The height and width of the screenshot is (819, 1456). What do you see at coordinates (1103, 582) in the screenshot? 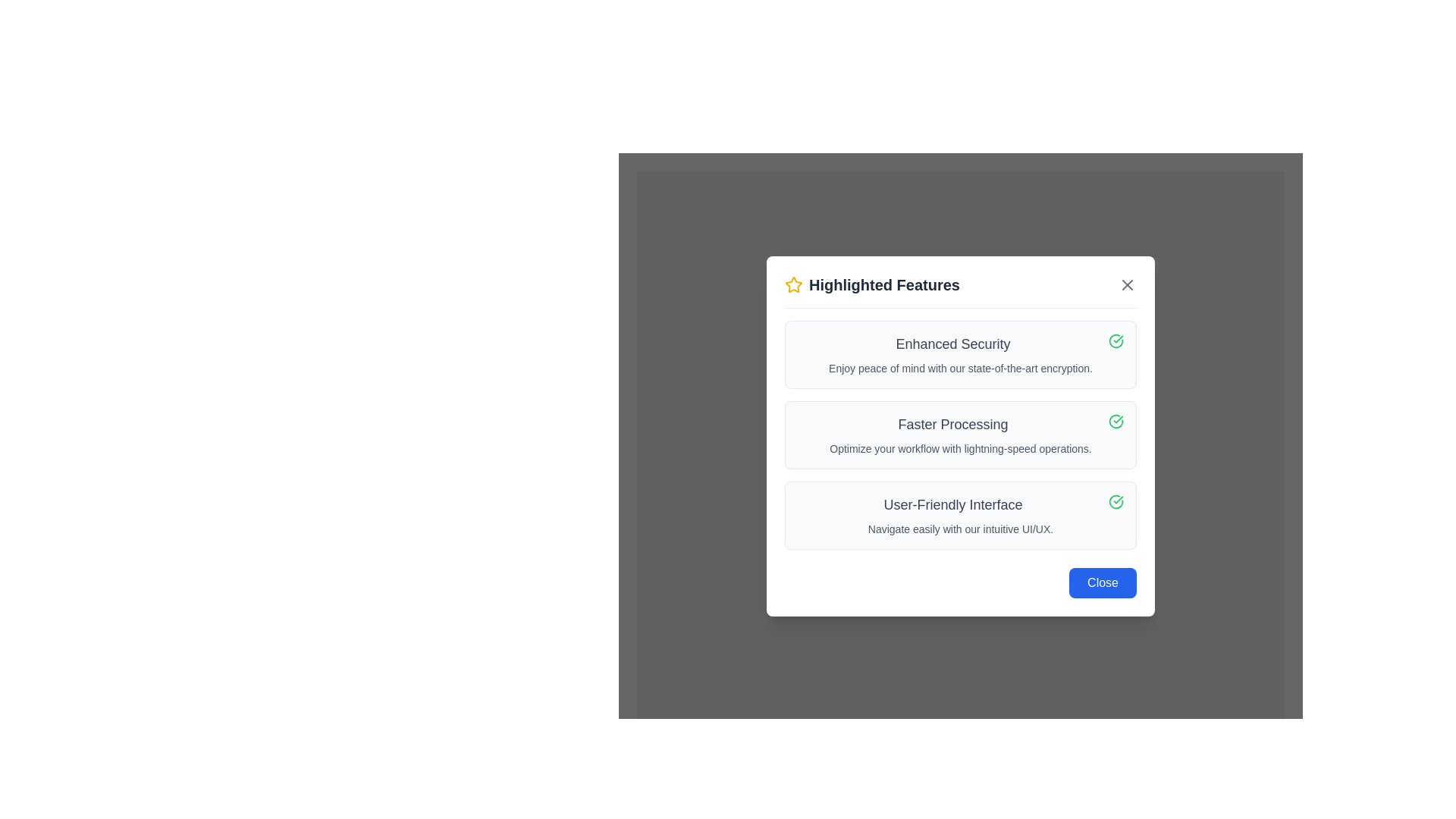
I see `the close button located at the bottom-right of the 'Highlighted Features' modal window to change its color` at bounding box center [1103, 582].